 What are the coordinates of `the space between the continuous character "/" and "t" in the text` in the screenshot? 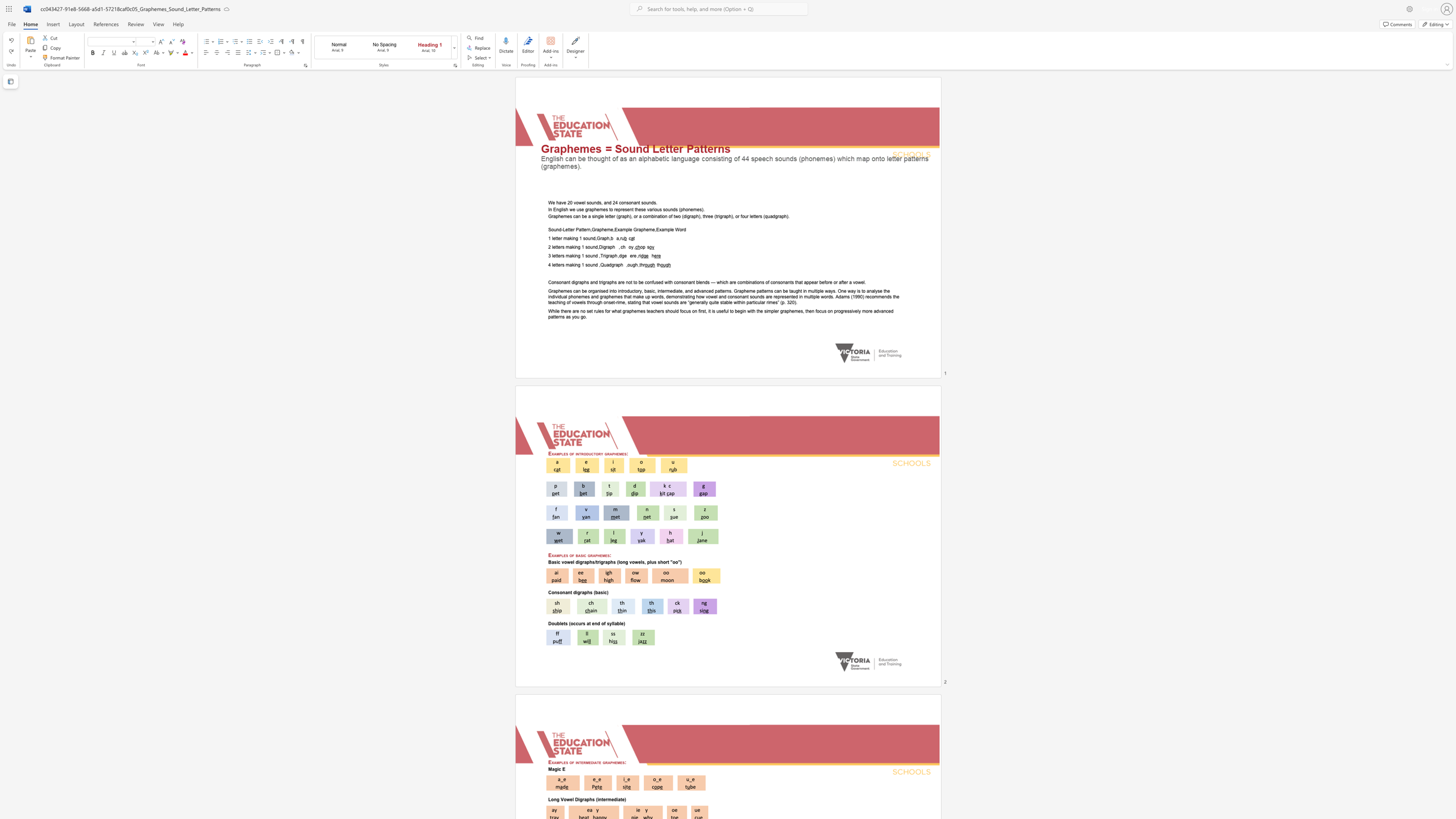 It's located at (595, 562).